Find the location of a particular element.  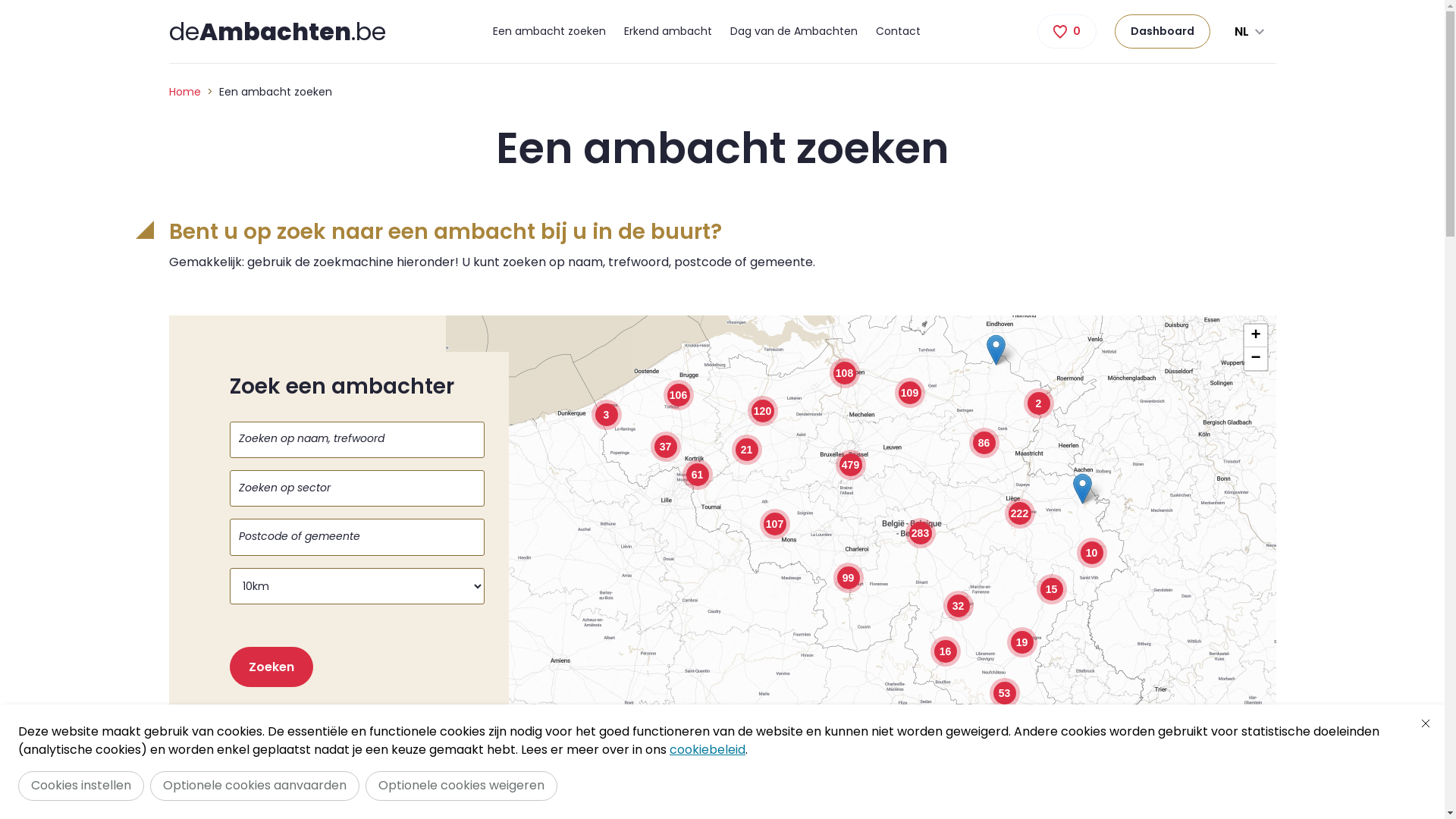

'Dashboard' is located at coordinates (1161, 31).